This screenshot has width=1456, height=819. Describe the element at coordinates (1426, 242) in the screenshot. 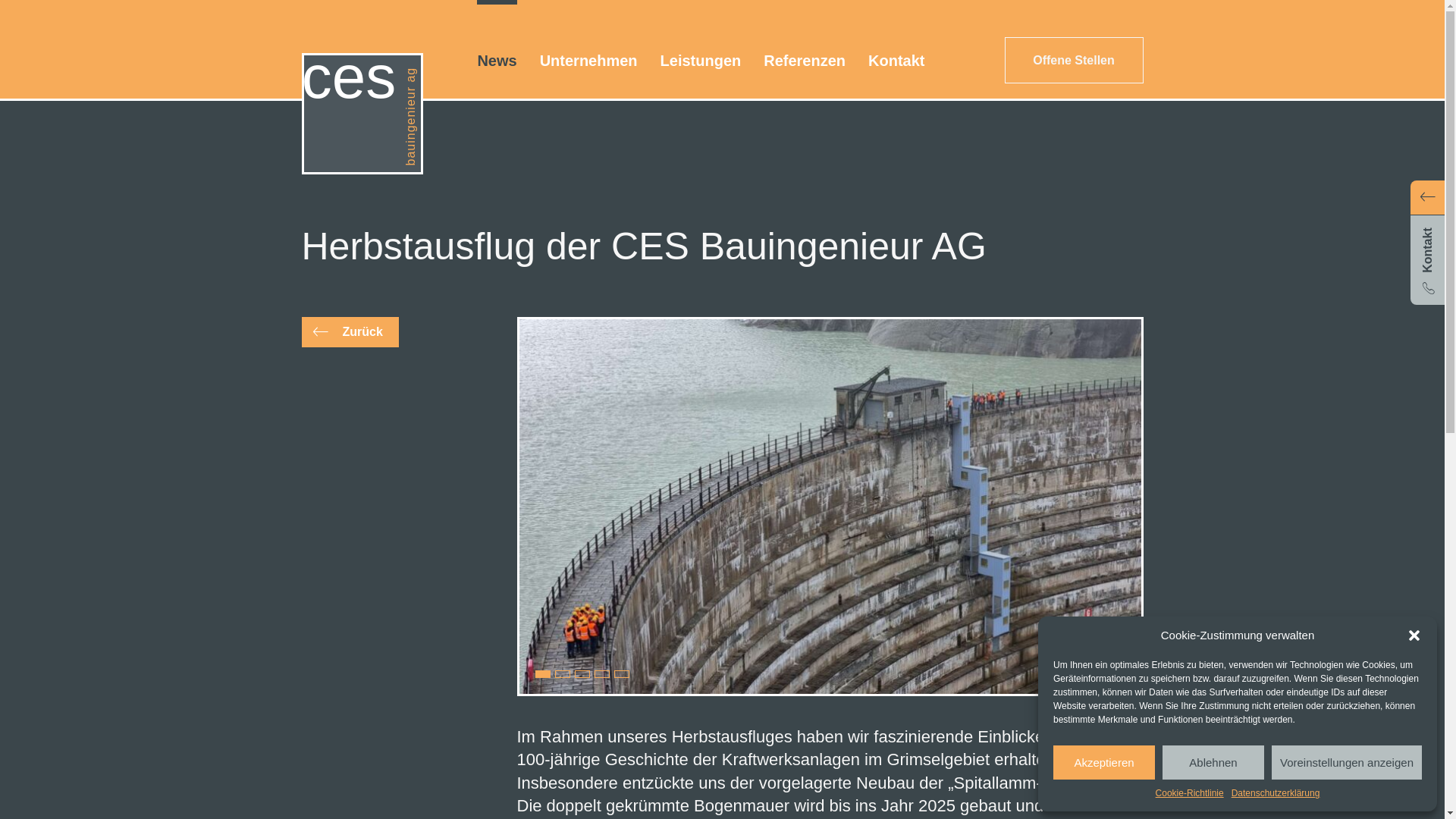

I see `'Kontakt'` at that location.